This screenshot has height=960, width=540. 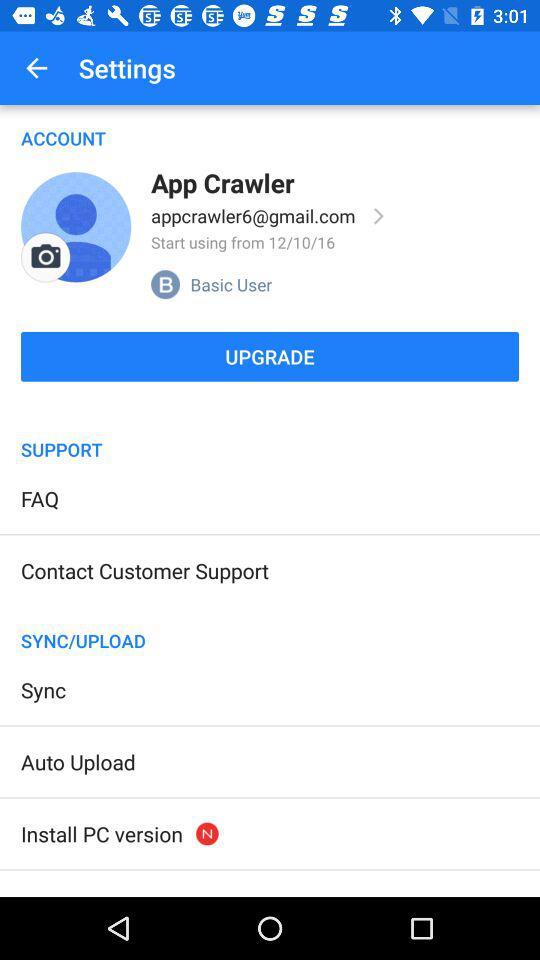 What do you see at coordinates (270, 126) in the screenshot?
I see `the account item` at bounding box center [270, 126].